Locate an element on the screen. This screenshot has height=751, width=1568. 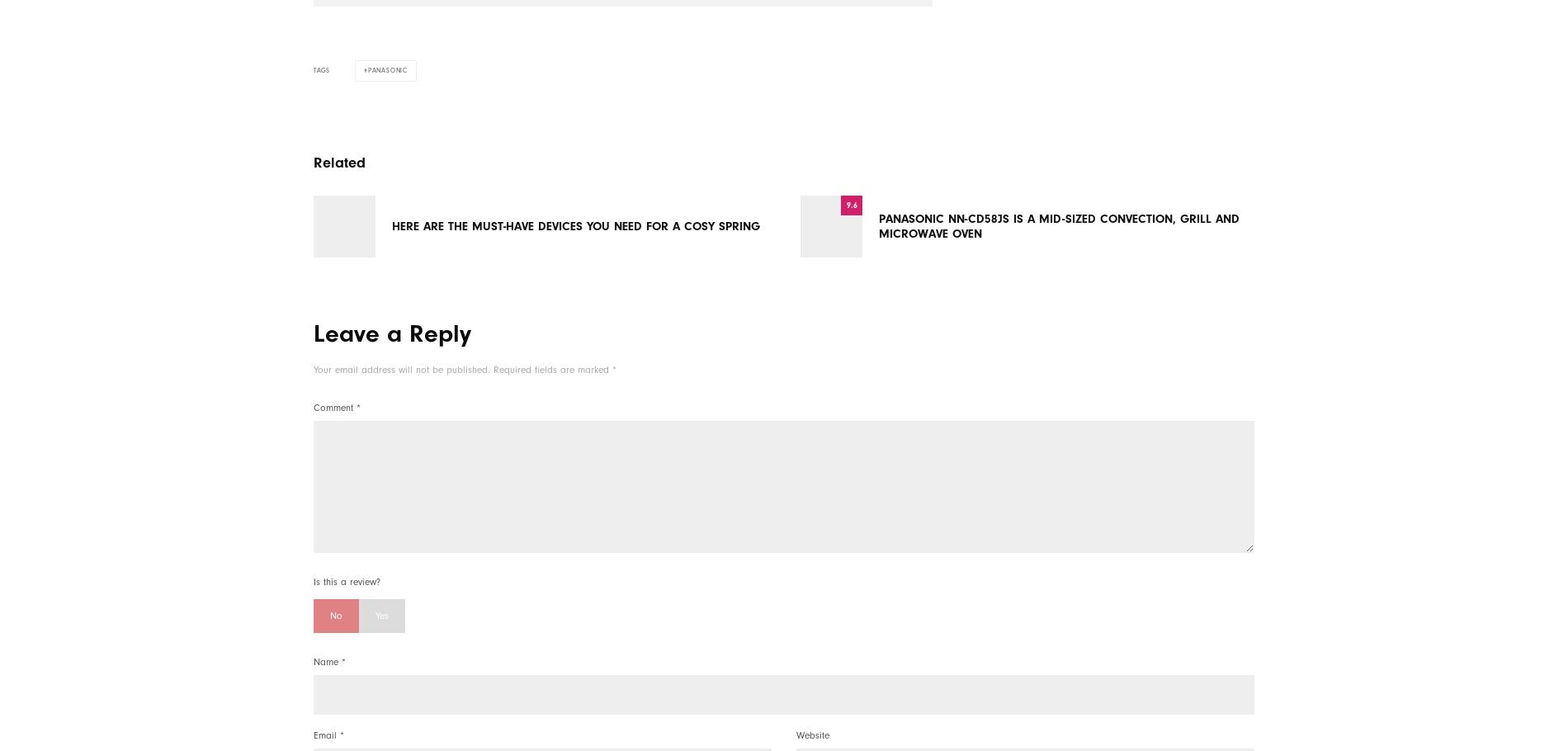
'Name' is located at coordinates (326, 660).